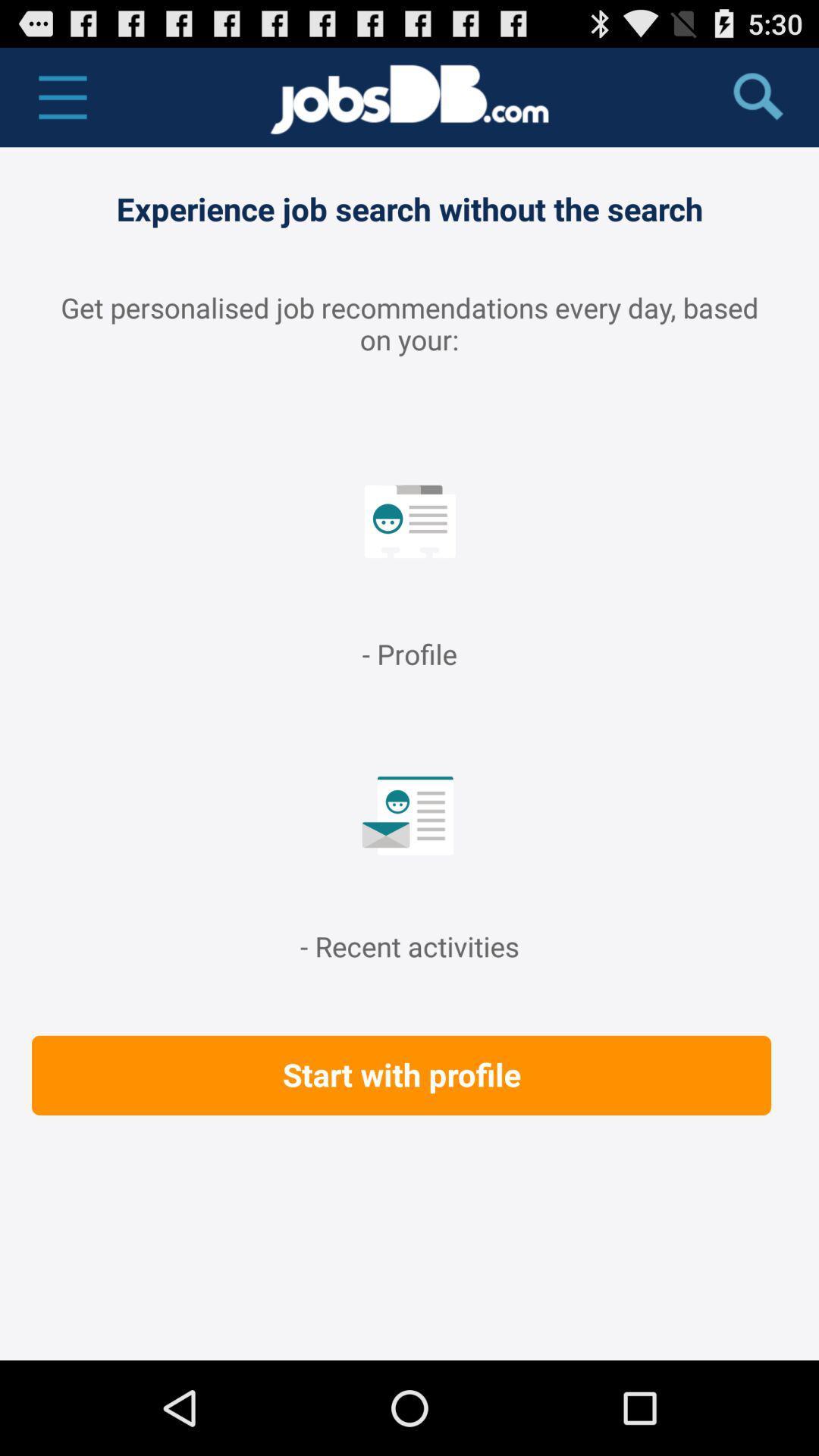  What do you see at coordinates (54, 104) in the screenshot?
I see `the menu icon` at bounding box center [54, 104].